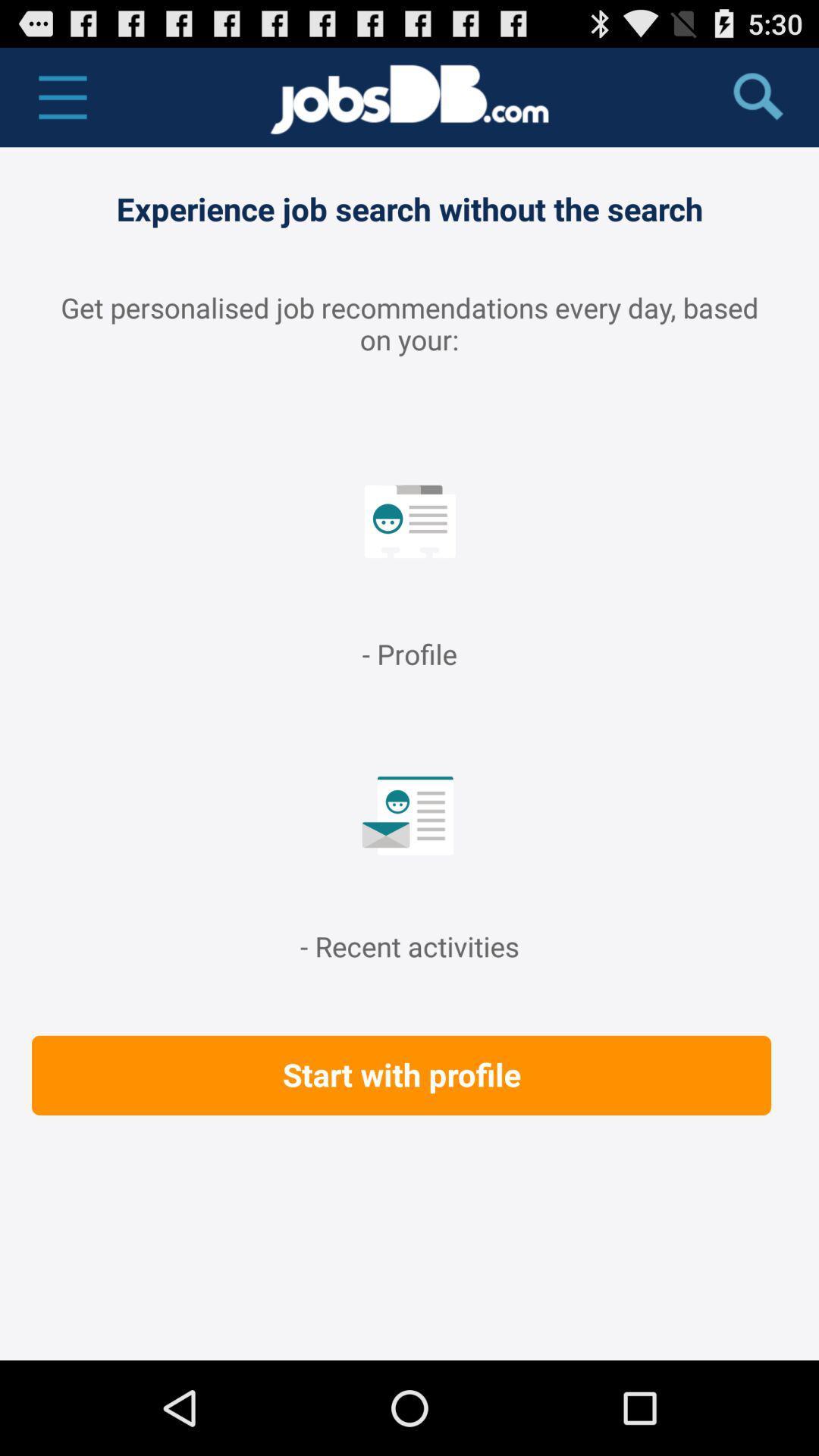  What do you see at coordinates (54, 104) in the screenshot?
I see `the menu icon` at bounding box center [54, 104].